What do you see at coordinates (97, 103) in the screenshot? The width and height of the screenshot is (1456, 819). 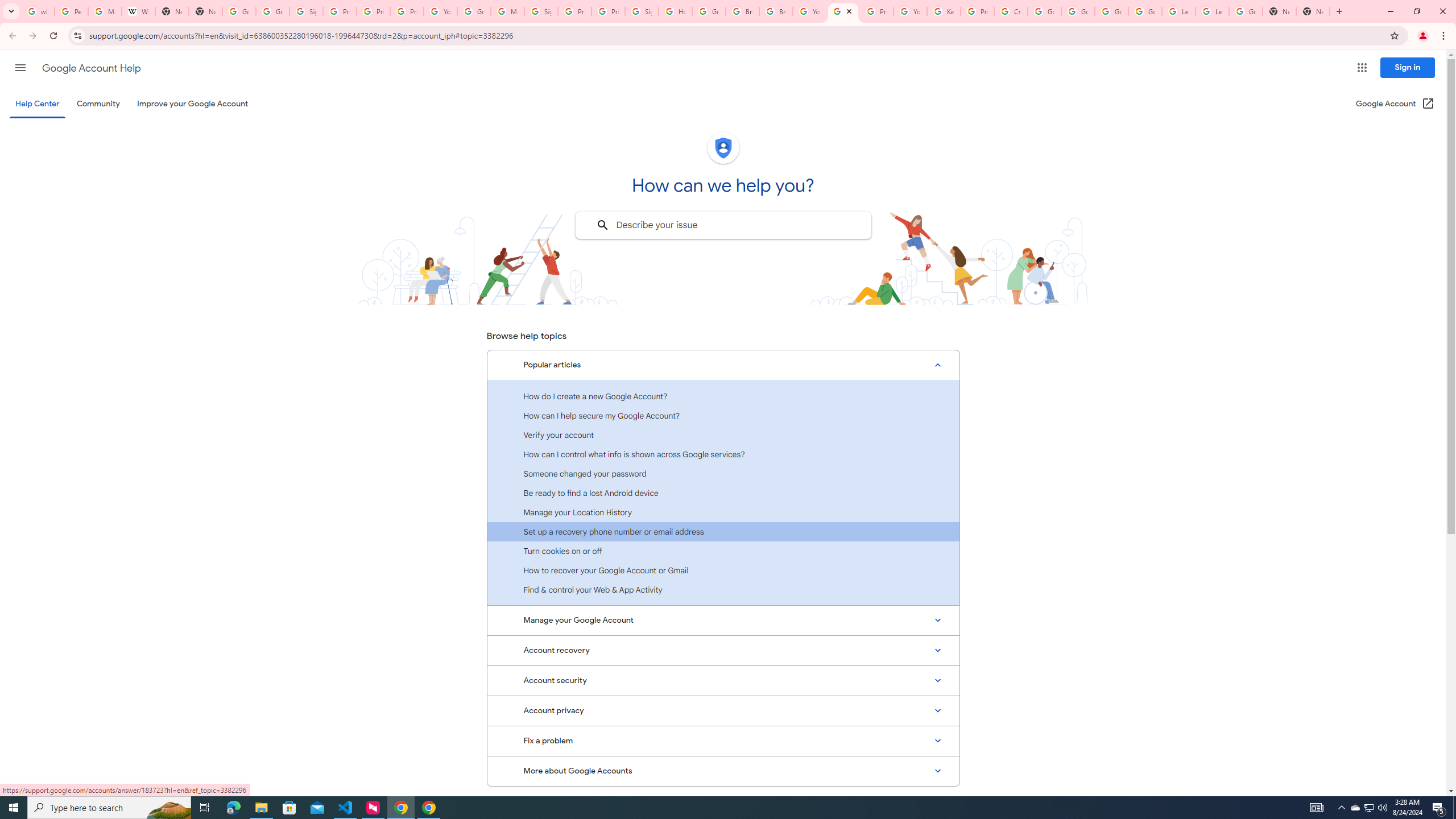 I see `'Community'` at bounding box center [97, 103].